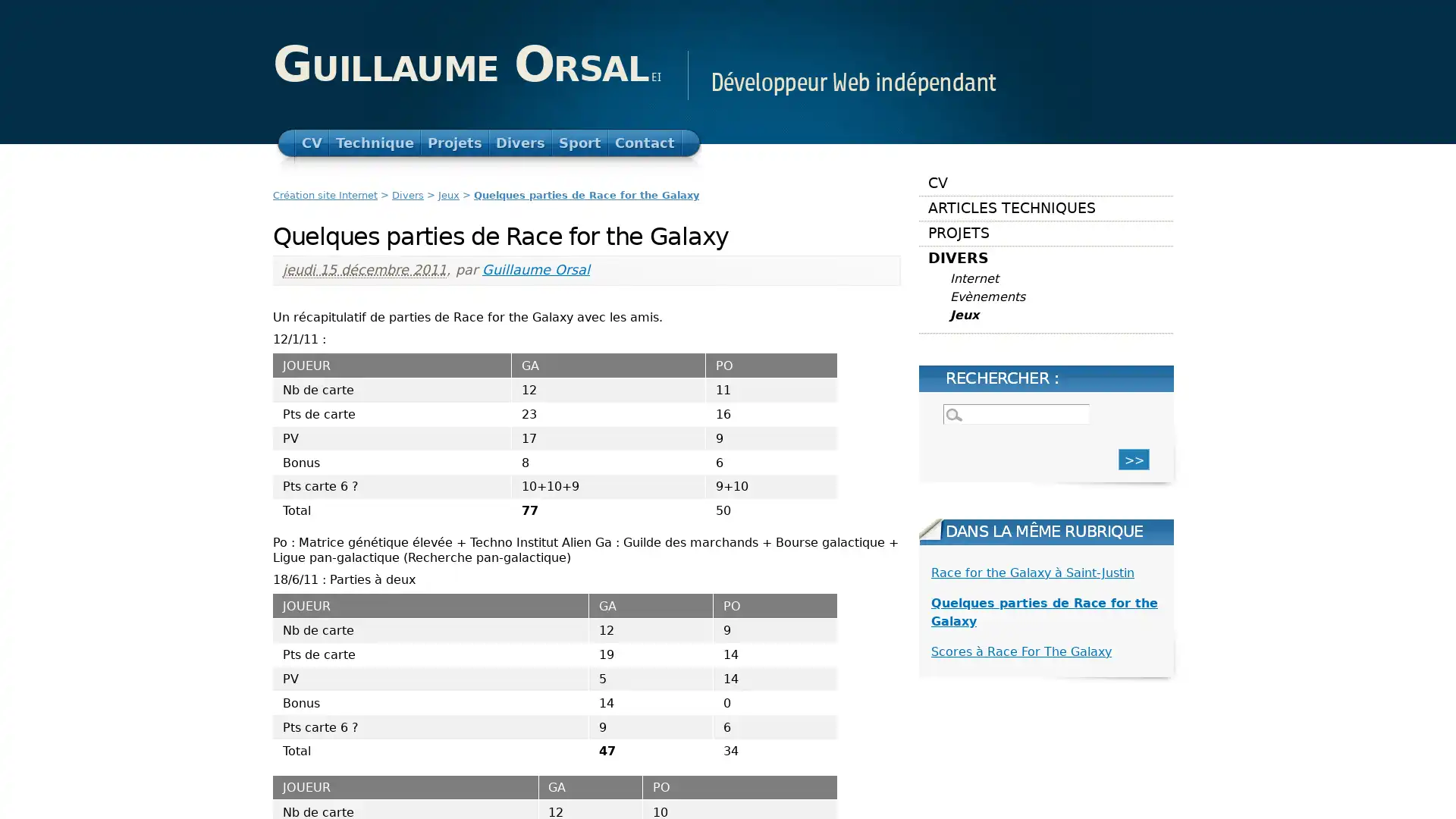 The height and width of the screenshot is (819, 1456). Describe the element at coordinates (1134, 458) in the screenshot. I see `>>` at that location.